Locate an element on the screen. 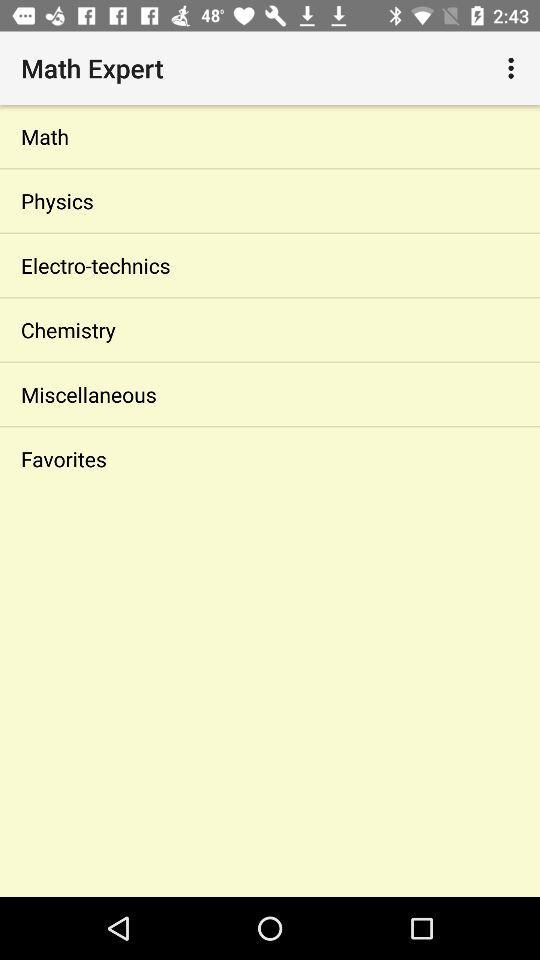 This screenshot has height=960, width=540. miscellaneous app is located at coordinates (270, 393).